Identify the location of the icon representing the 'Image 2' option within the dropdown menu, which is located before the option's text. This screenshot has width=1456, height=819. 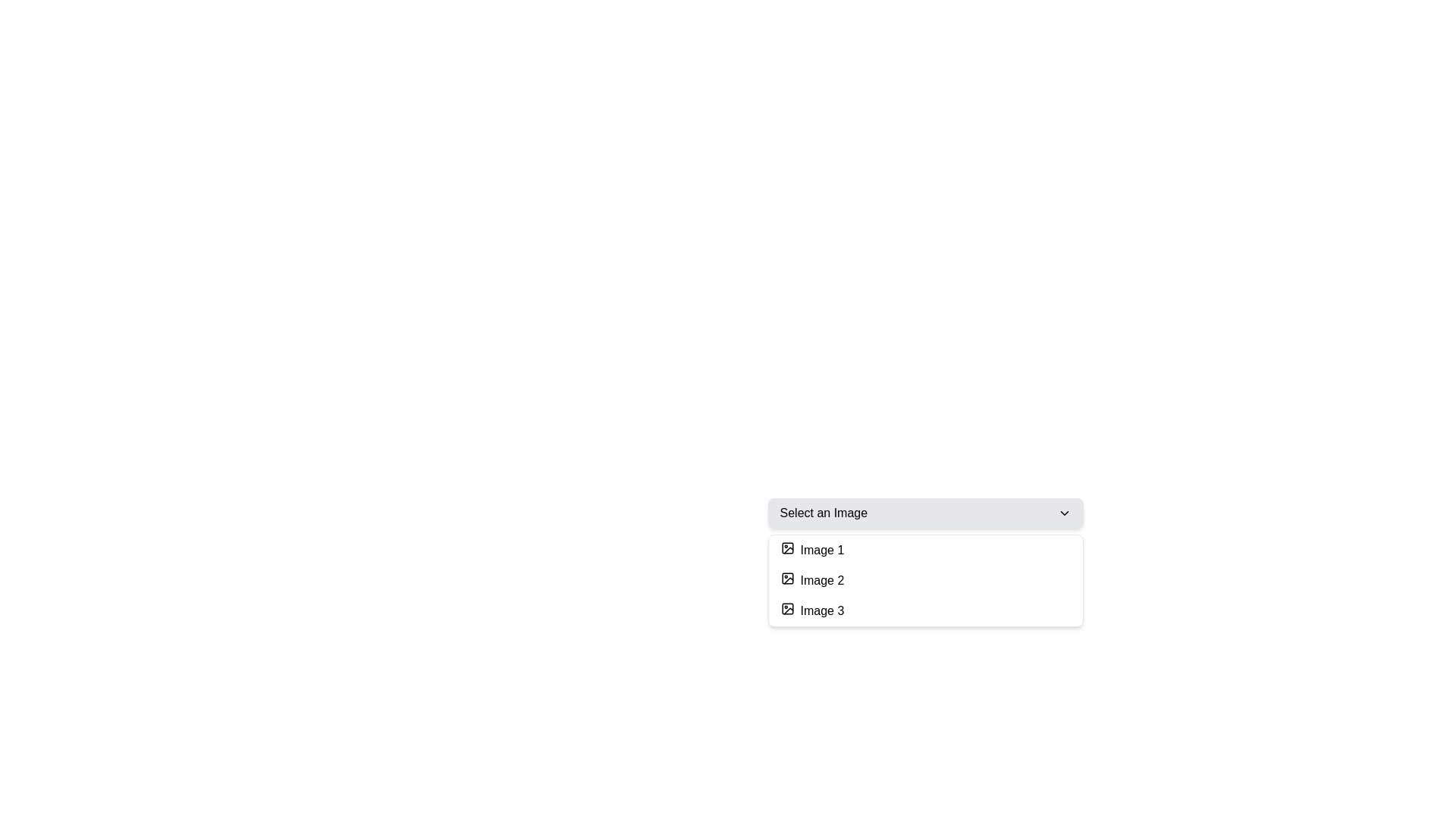
(787, 579).